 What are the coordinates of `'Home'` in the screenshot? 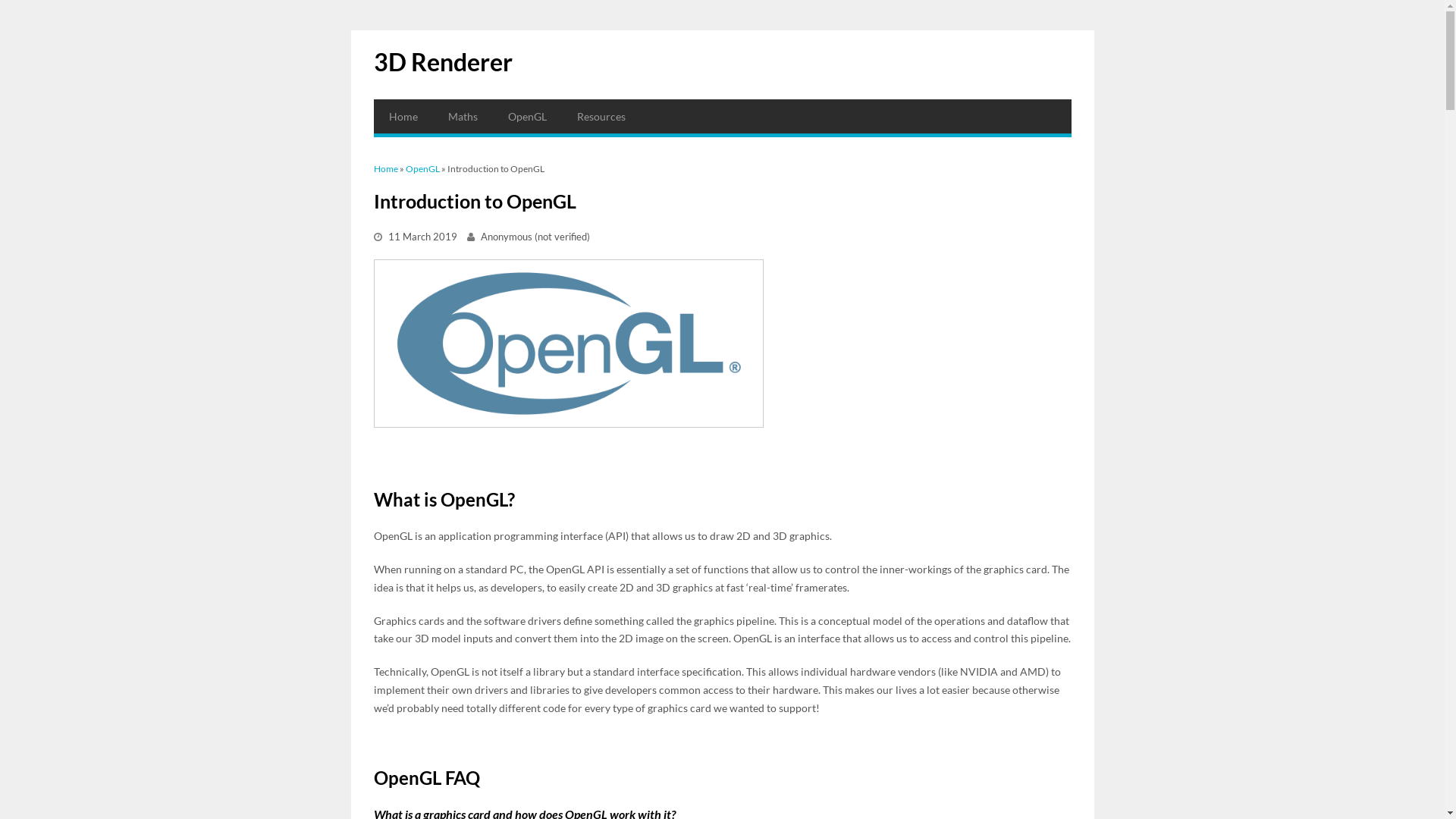 It's located at (403, 115).